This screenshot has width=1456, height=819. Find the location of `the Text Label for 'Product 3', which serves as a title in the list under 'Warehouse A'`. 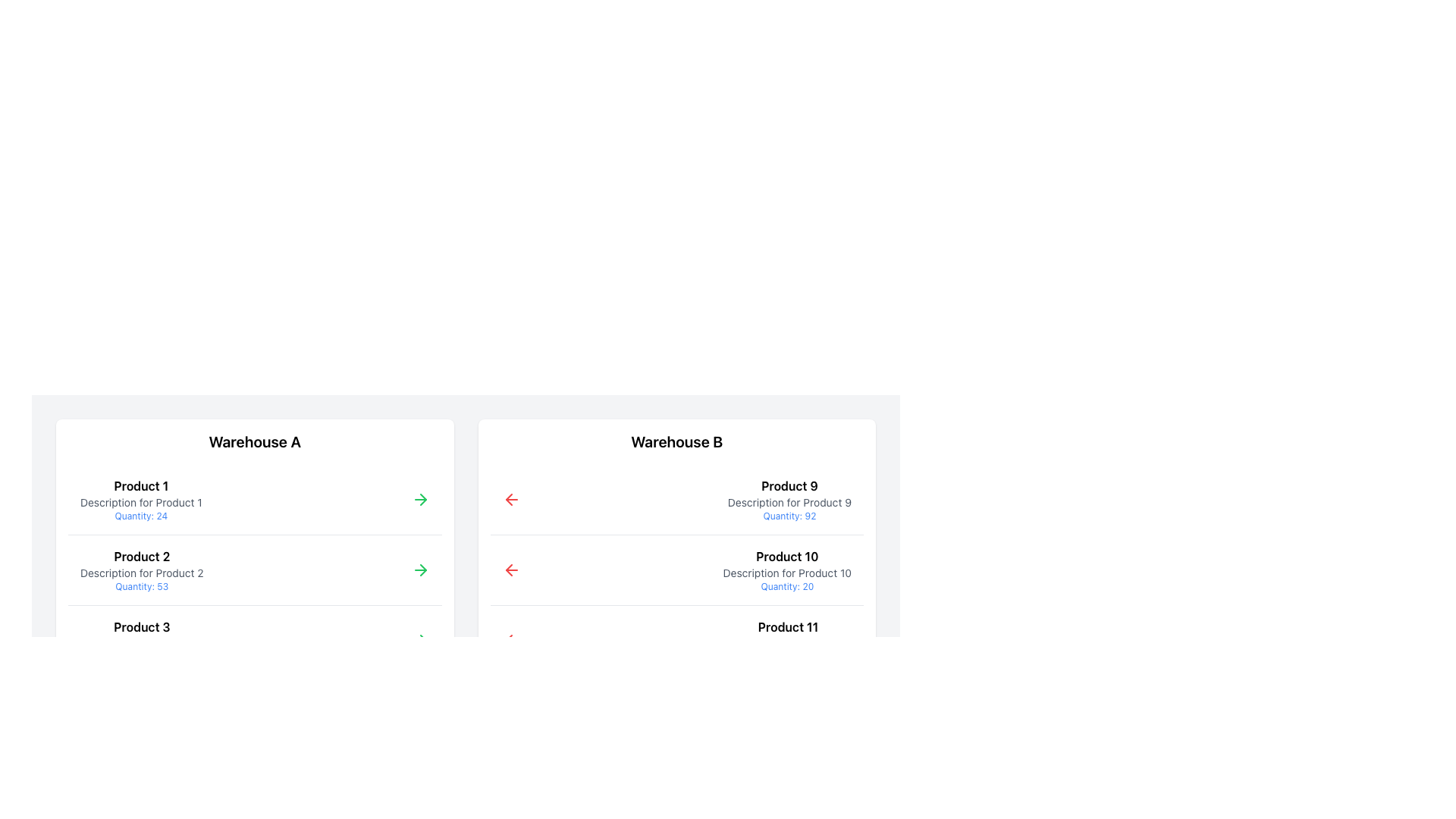

the Text Label for 'Product 3', which serves as a title in the list under 'Warehouse A' is located at coordinates (142, 626).